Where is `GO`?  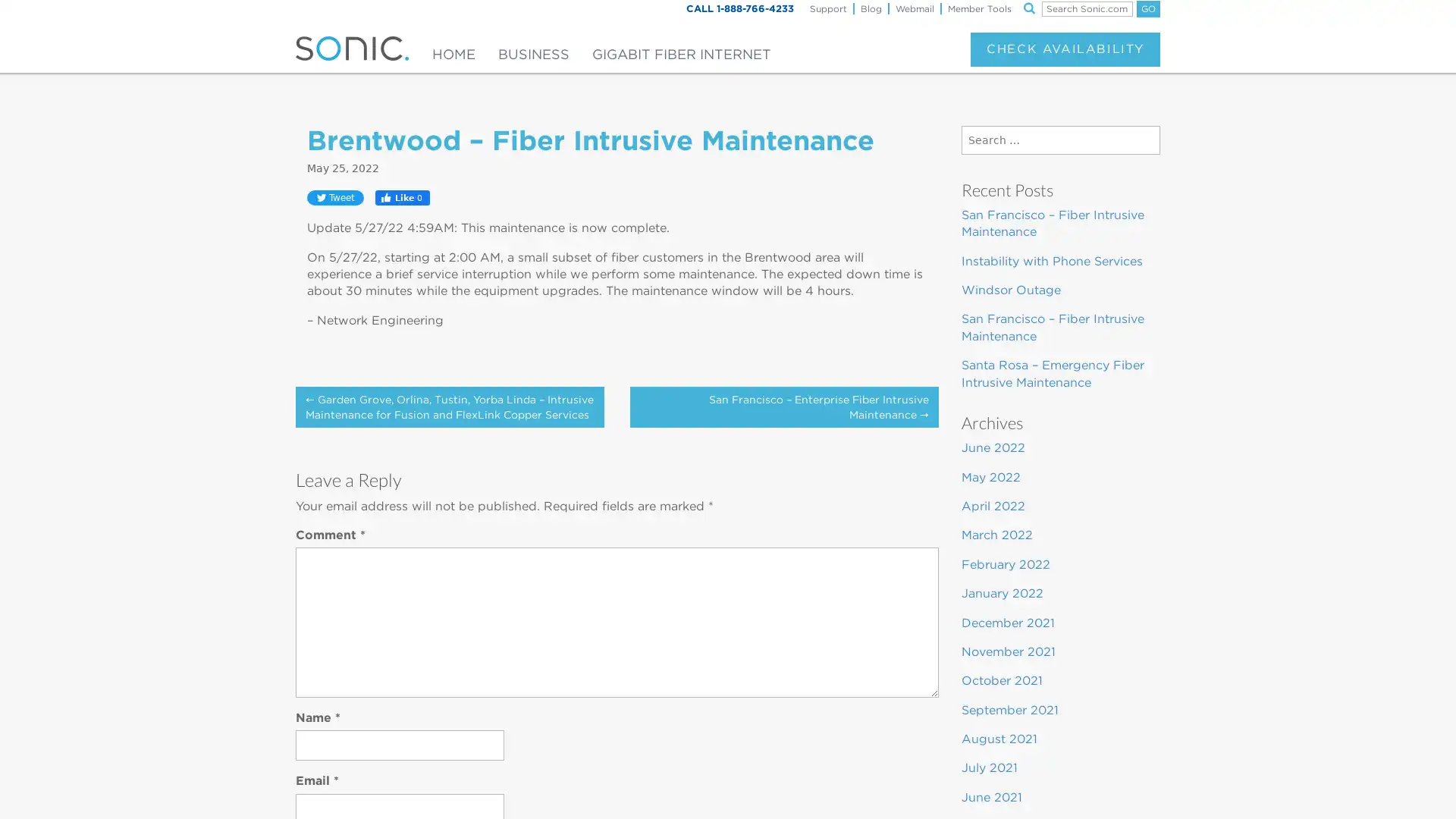 GO is located at coordinates (1148, 8).